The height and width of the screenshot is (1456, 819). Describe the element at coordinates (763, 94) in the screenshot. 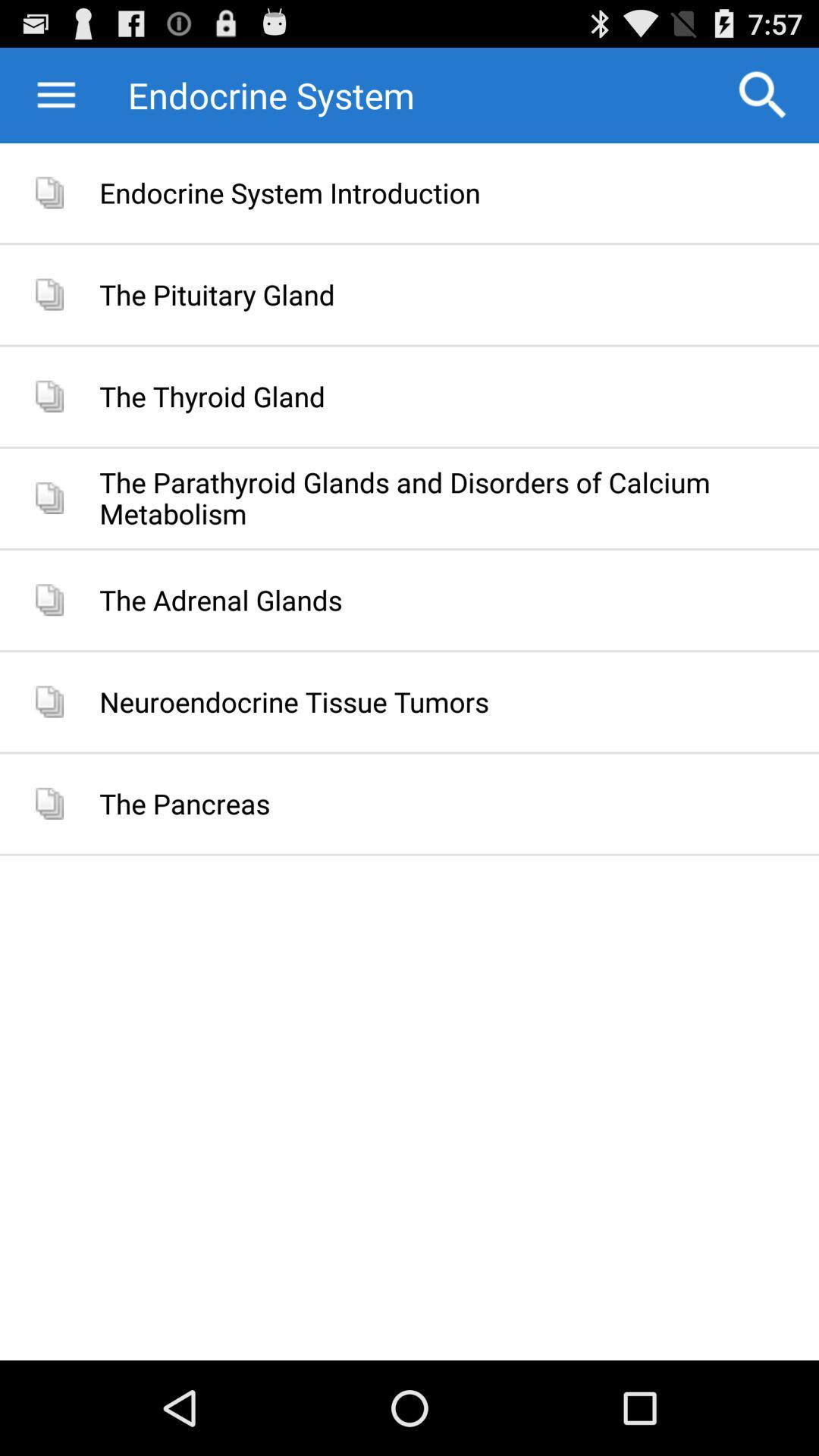

I see `search button` at that location.